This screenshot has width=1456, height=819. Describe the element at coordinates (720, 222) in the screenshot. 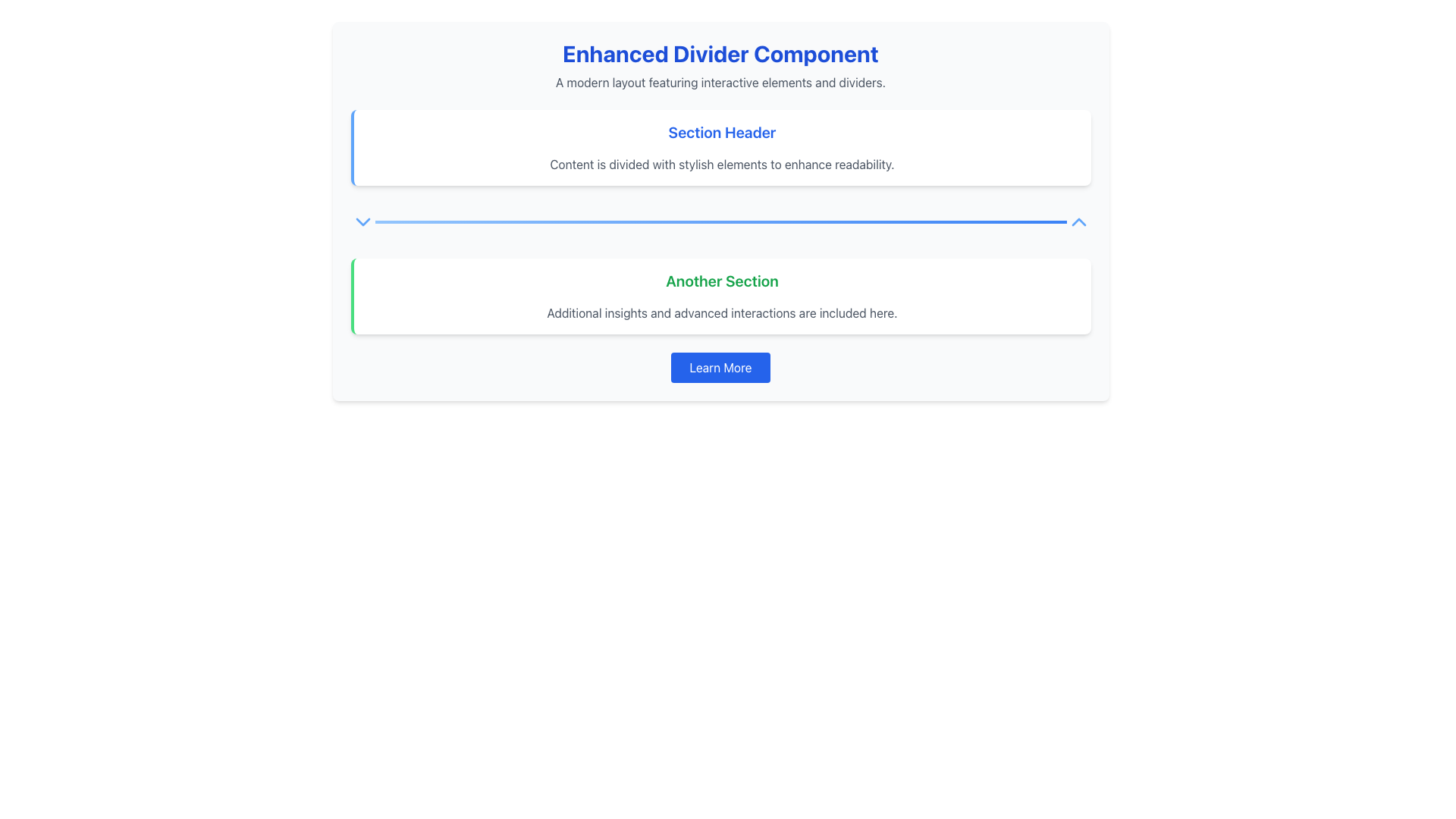

I see `the Horizontal Gradient Divider Line, which is a narrow rectangular component transitioning from light blue to deeper blue, serving as a visual separator between sections of content` at that location.